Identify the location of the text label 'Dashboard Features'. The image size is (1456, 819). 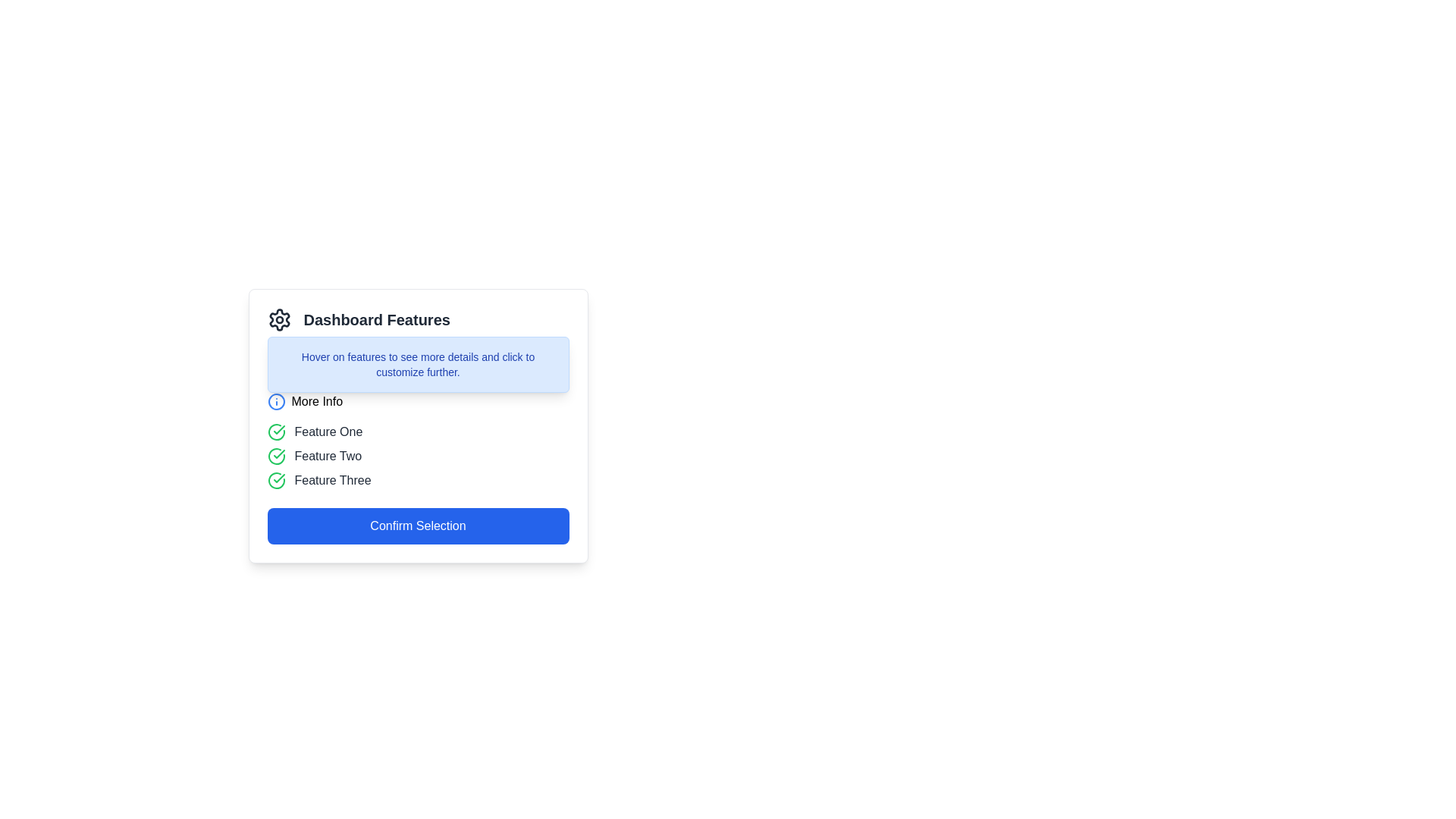
(377, 318).